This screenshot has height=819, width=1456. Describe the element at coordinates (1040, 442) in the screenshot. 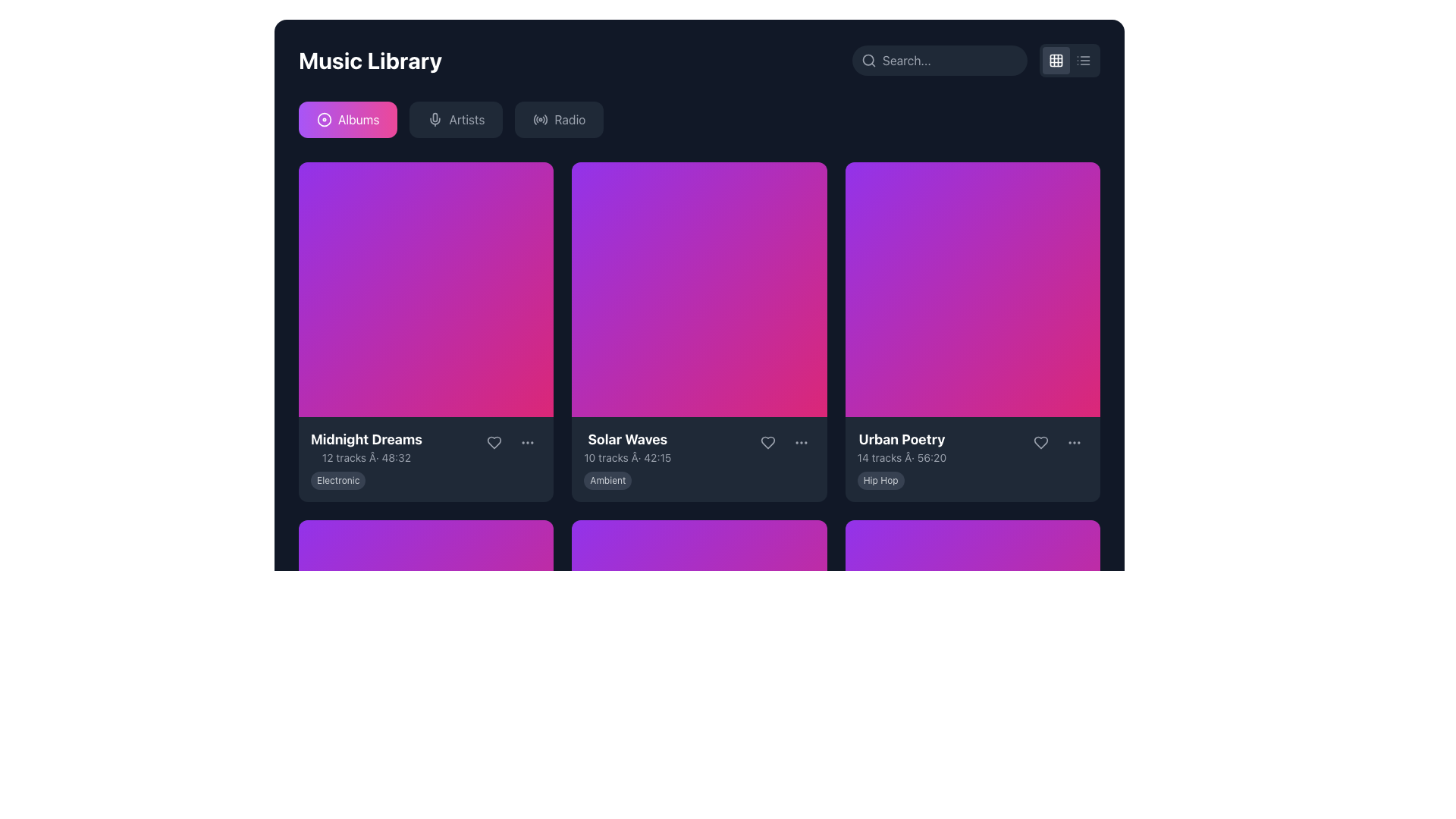

I see `the icon button located at the bottom right corner of the album card titled 'Urban Poetry'` at that location.